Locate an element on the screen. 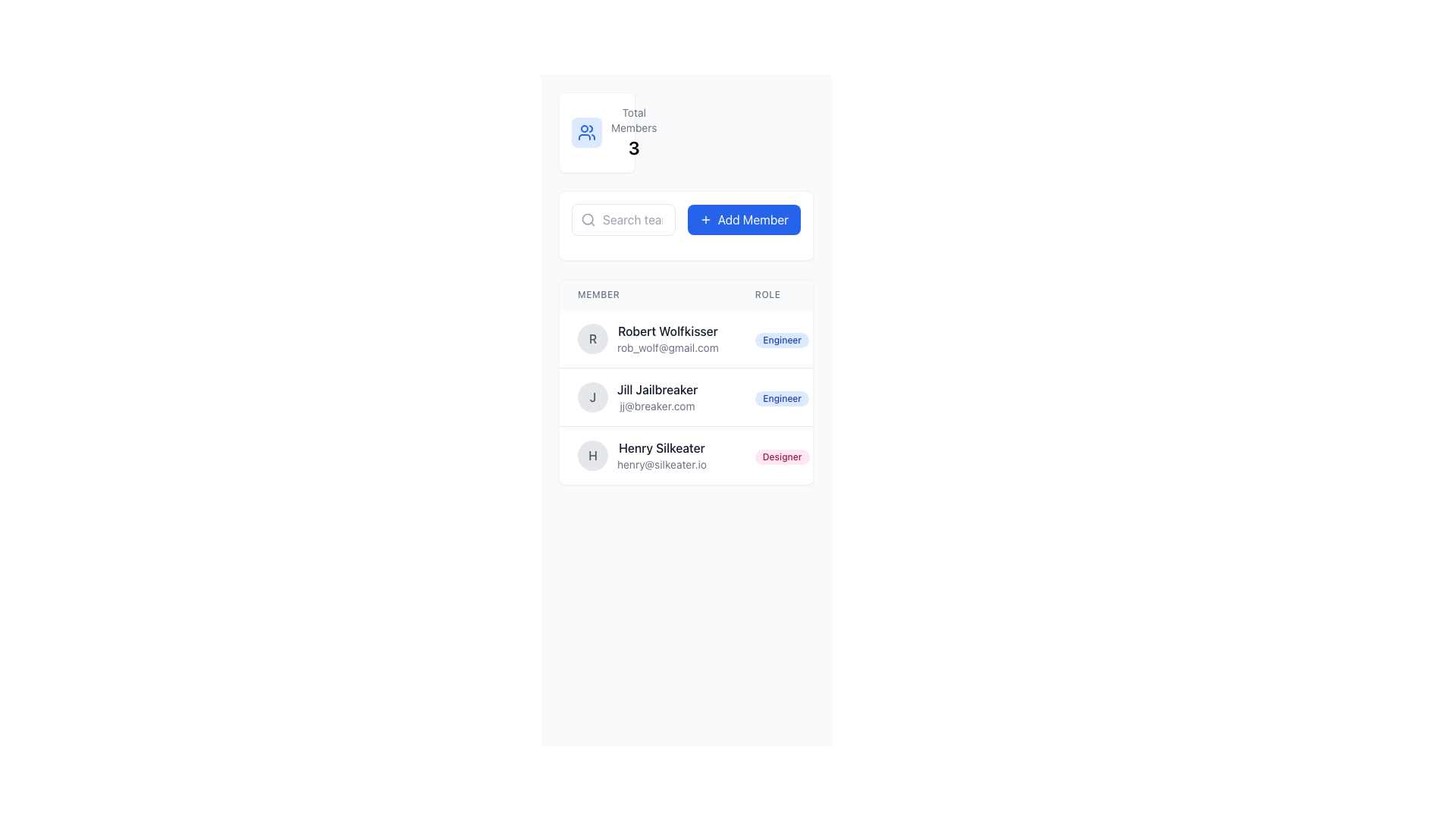  the badge indicating Robert Wolfkisser's role as 'Engineer' in the 'Members' list is located at coordinates (782, 338).